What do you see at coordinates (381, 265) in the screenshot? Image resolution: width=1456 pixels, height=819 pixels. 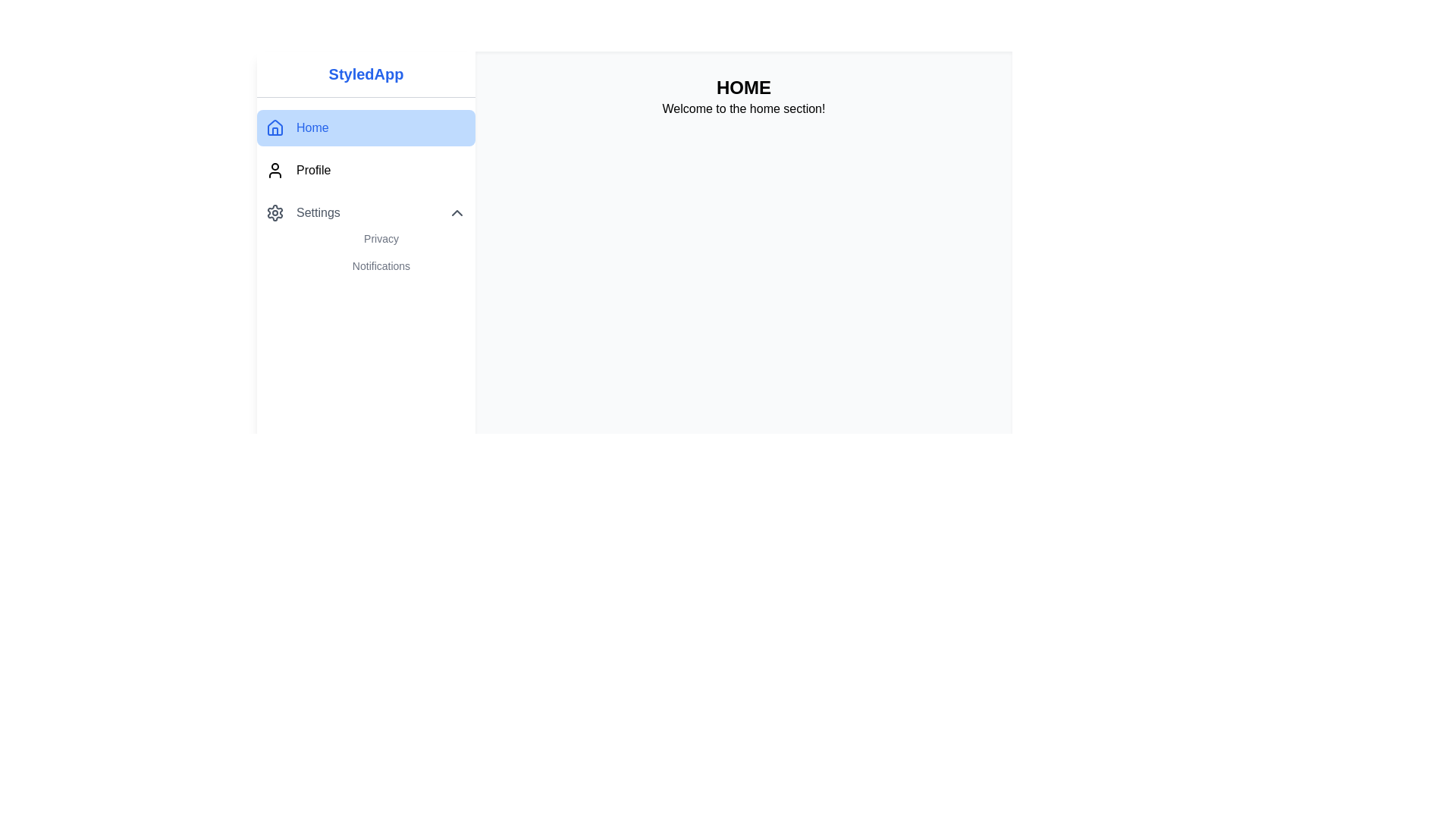 I see `the second menu item in the 'Settings' submenu, located directly below 'Privacy', to change its color to blue` at bounding box center [381, 265].